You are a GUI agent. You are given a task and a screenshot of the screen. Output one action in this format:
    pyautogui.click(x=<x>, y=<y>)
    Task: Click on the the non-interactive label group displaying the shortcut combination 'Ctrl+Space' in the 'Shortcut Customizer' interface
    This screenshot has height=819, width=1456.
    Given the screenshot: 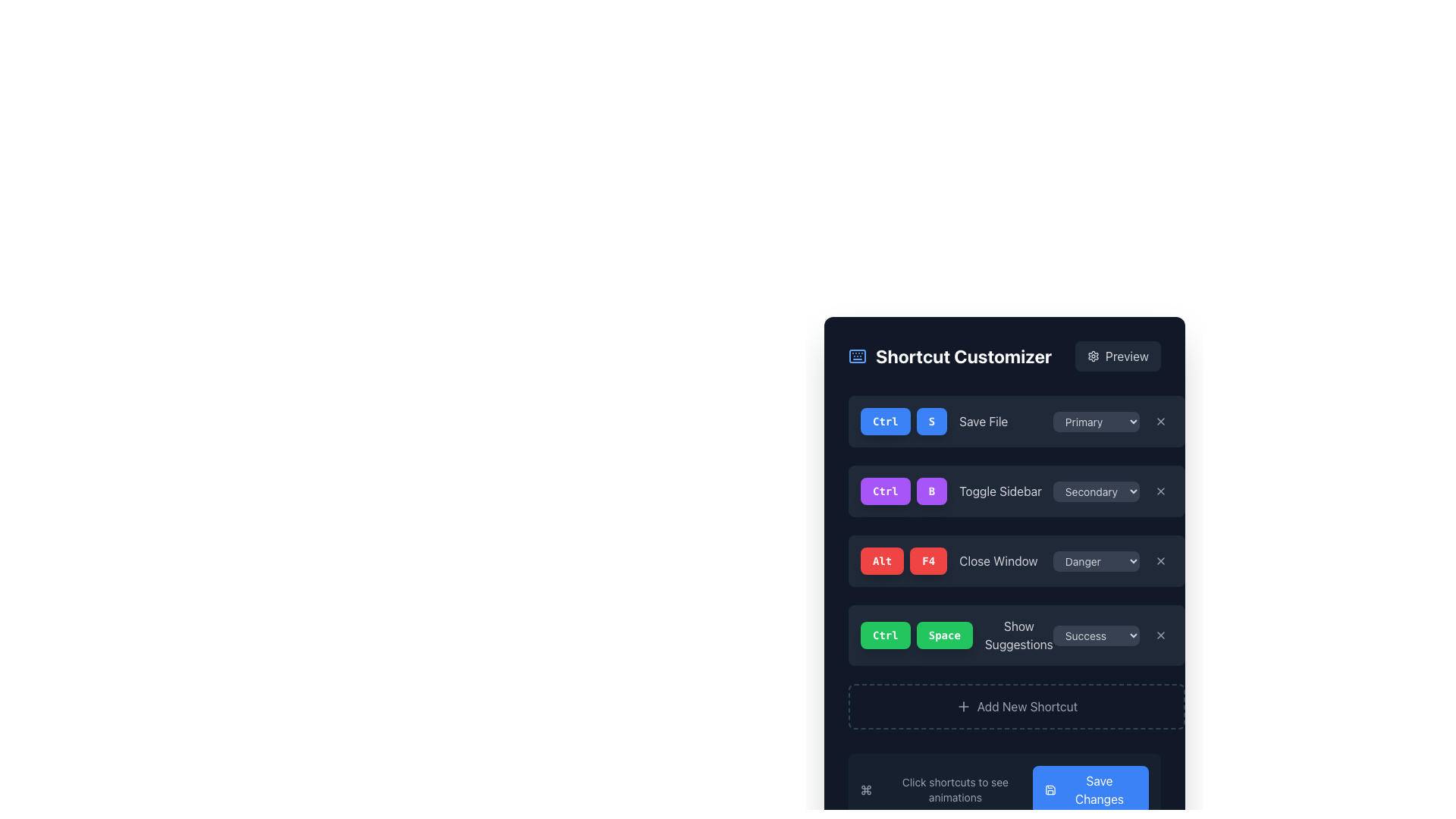 What is the action you would take?
    pyautogui.click(x=916, y=635)
    